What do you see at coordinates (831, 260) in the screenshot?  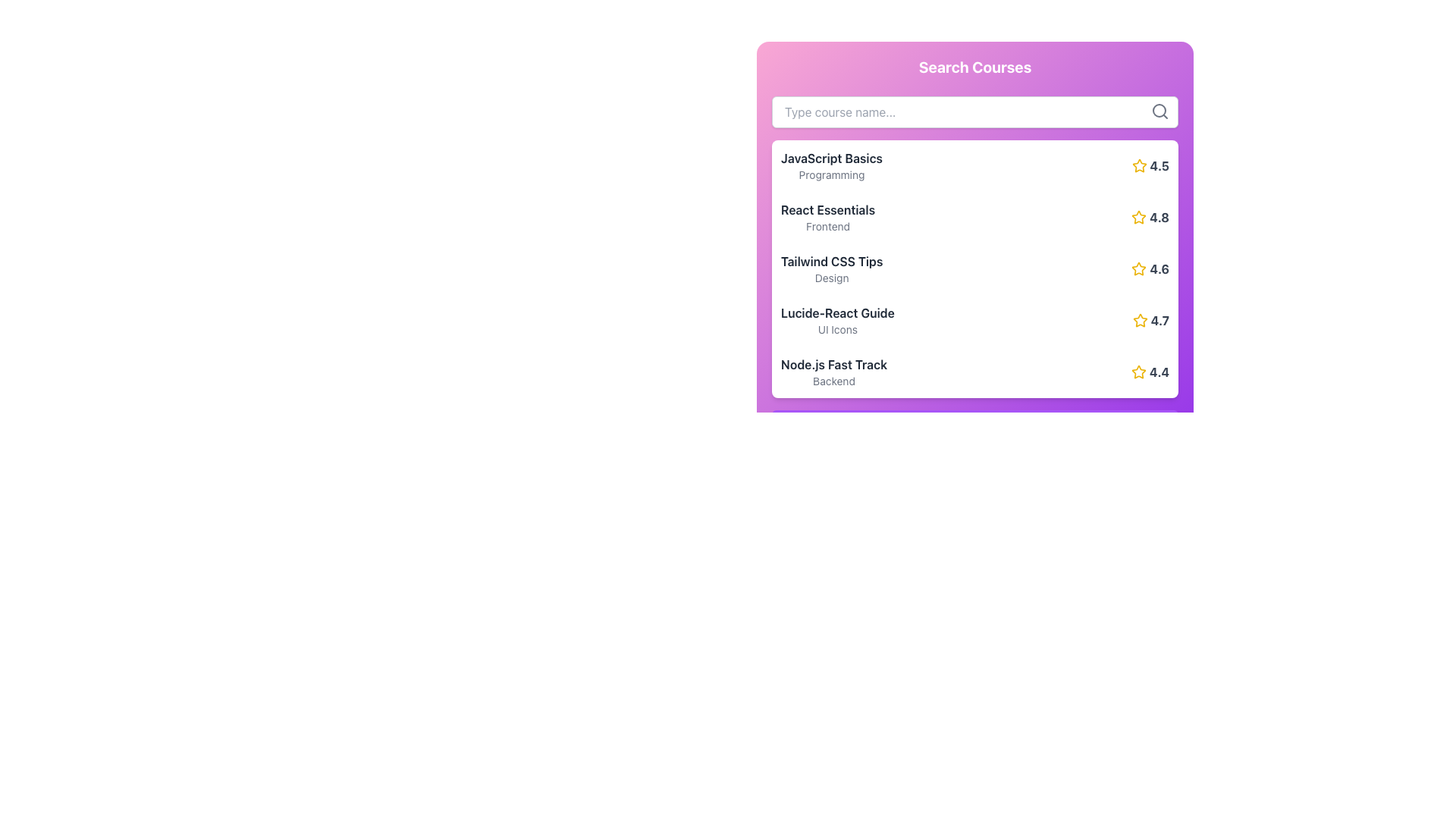 I see `text label indicating the course topic 'Tailwind CSS Tips' located in the middle-left section of the UI card under the heading 'Search Courses'` at bounding box center [831, 260].